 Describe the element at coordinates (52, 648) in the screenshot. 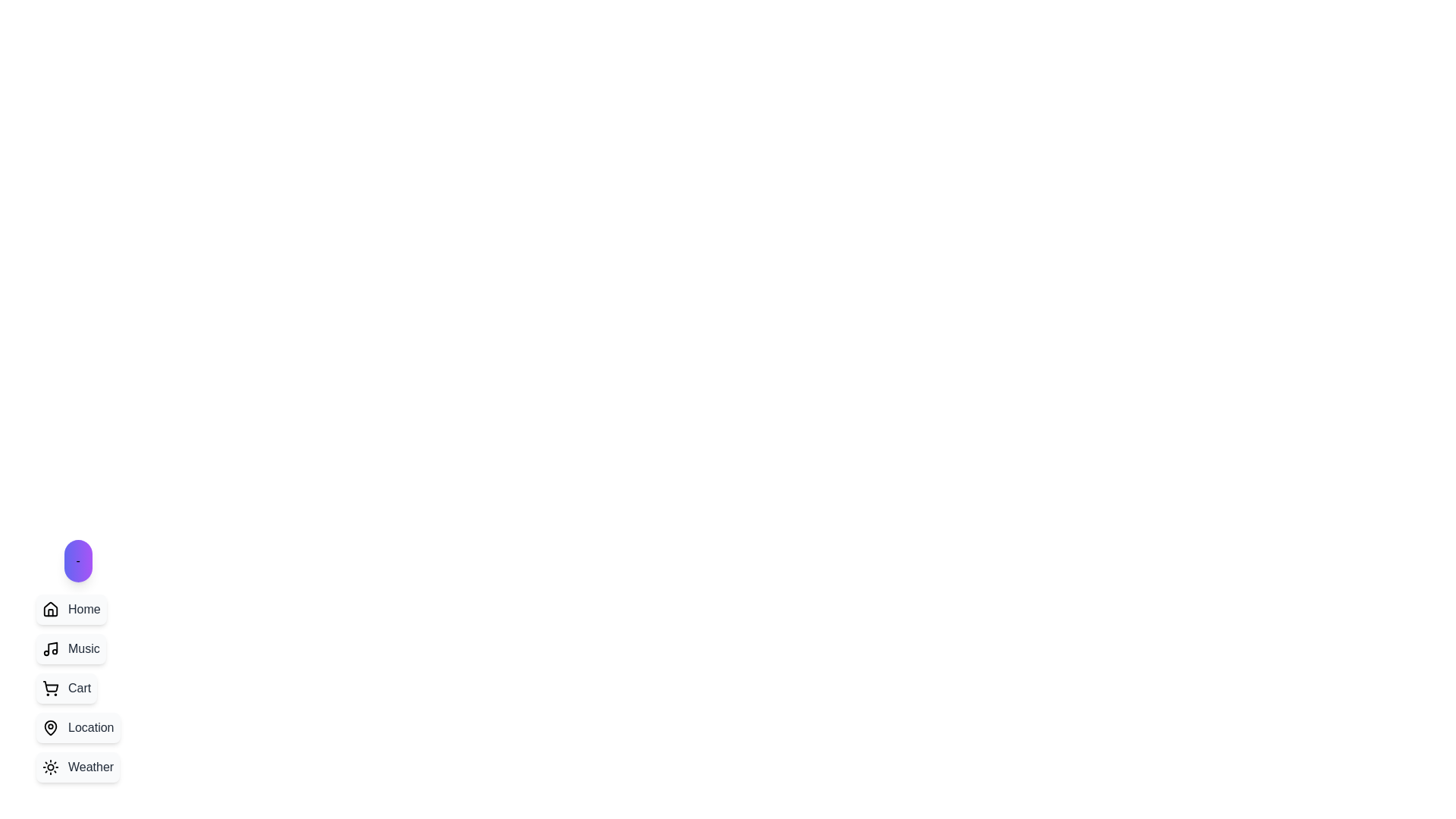

I see `the musical note icon located to the left of the 'Music' text in the vertical menu` at that location.